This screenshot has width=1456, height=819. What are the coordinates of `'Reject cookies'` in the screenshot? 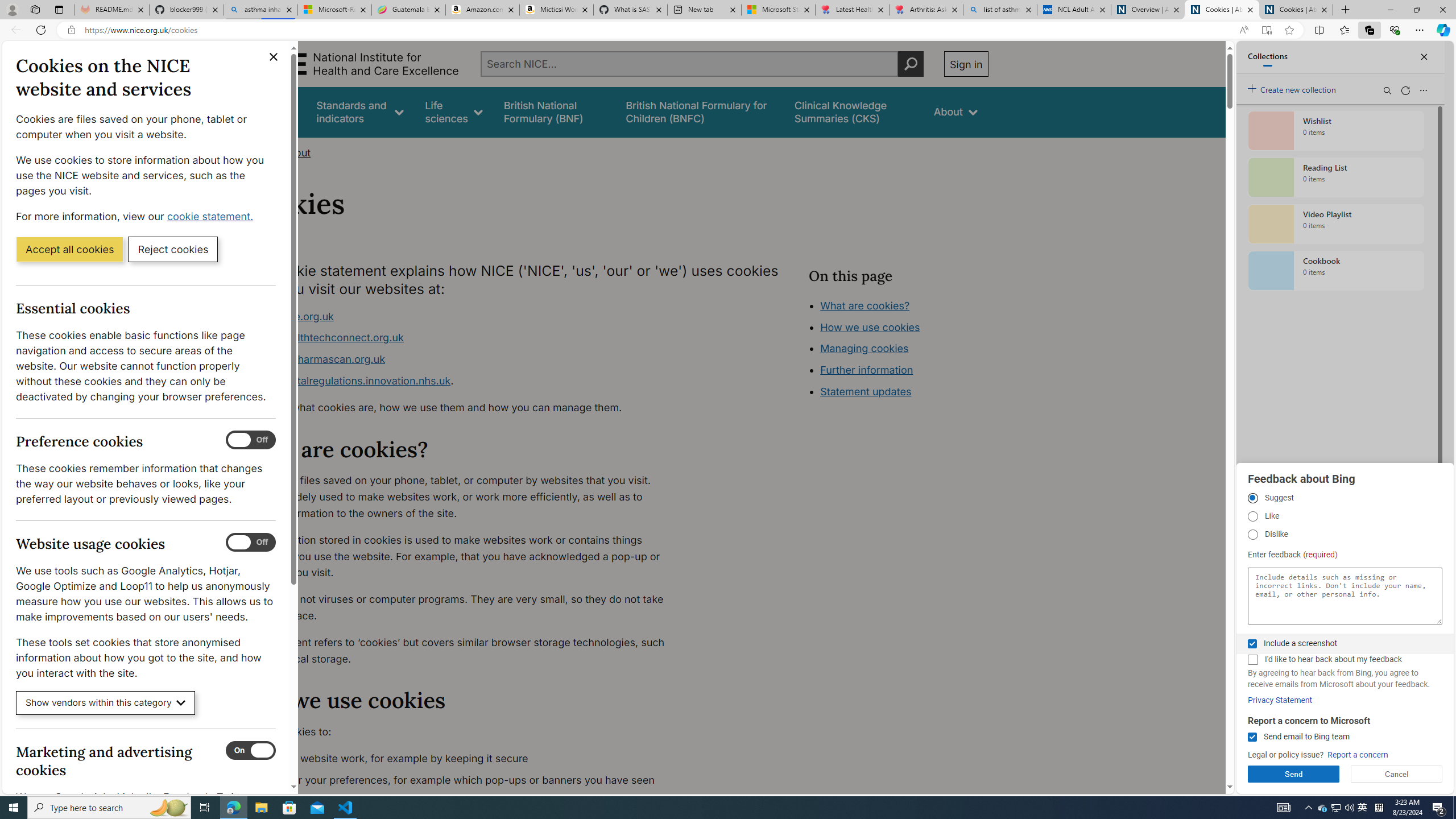 It's located at (172, 248).